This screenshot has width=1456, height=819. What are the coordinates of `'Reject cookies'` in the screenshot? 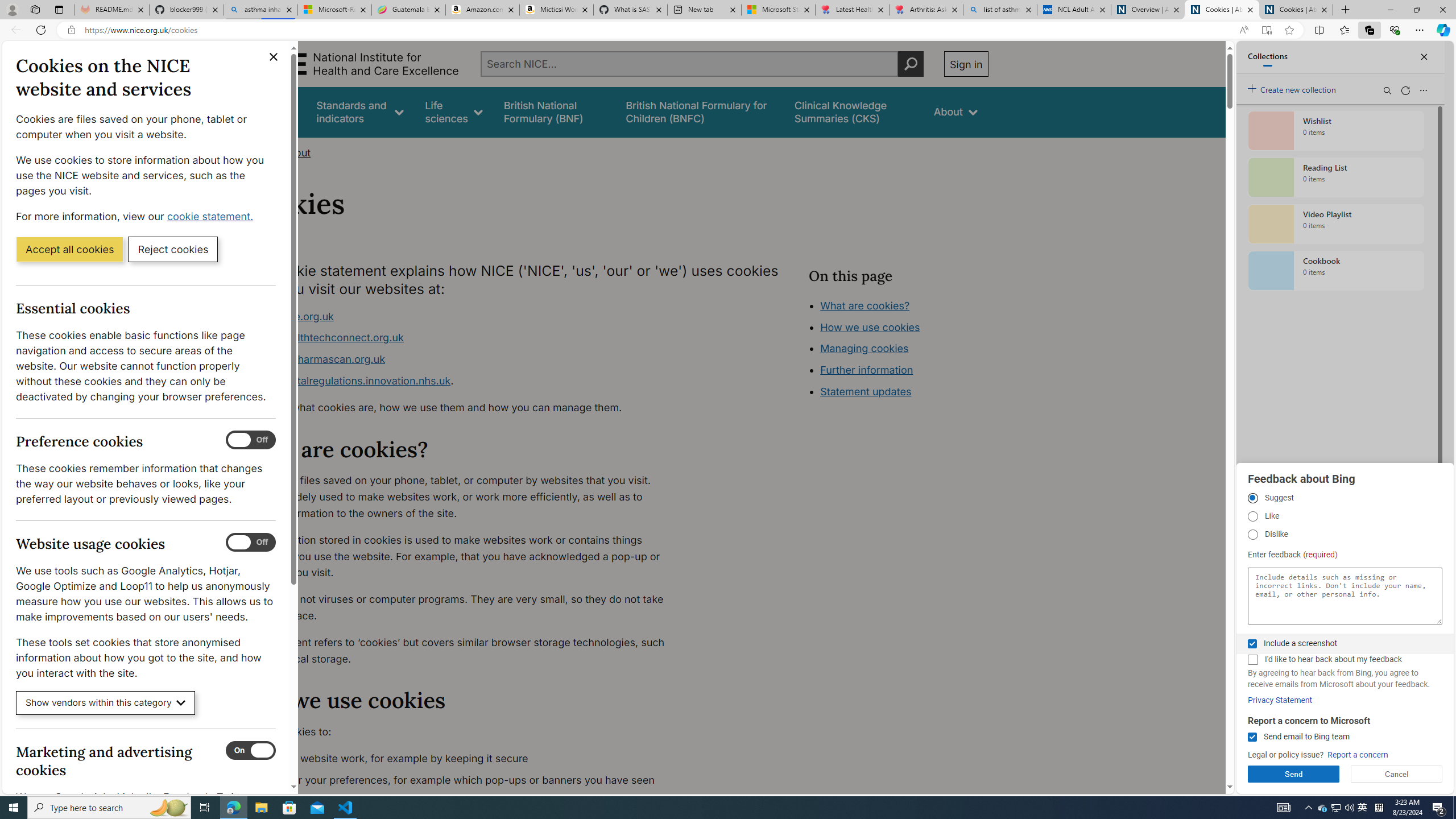 It's located at (172, 248).